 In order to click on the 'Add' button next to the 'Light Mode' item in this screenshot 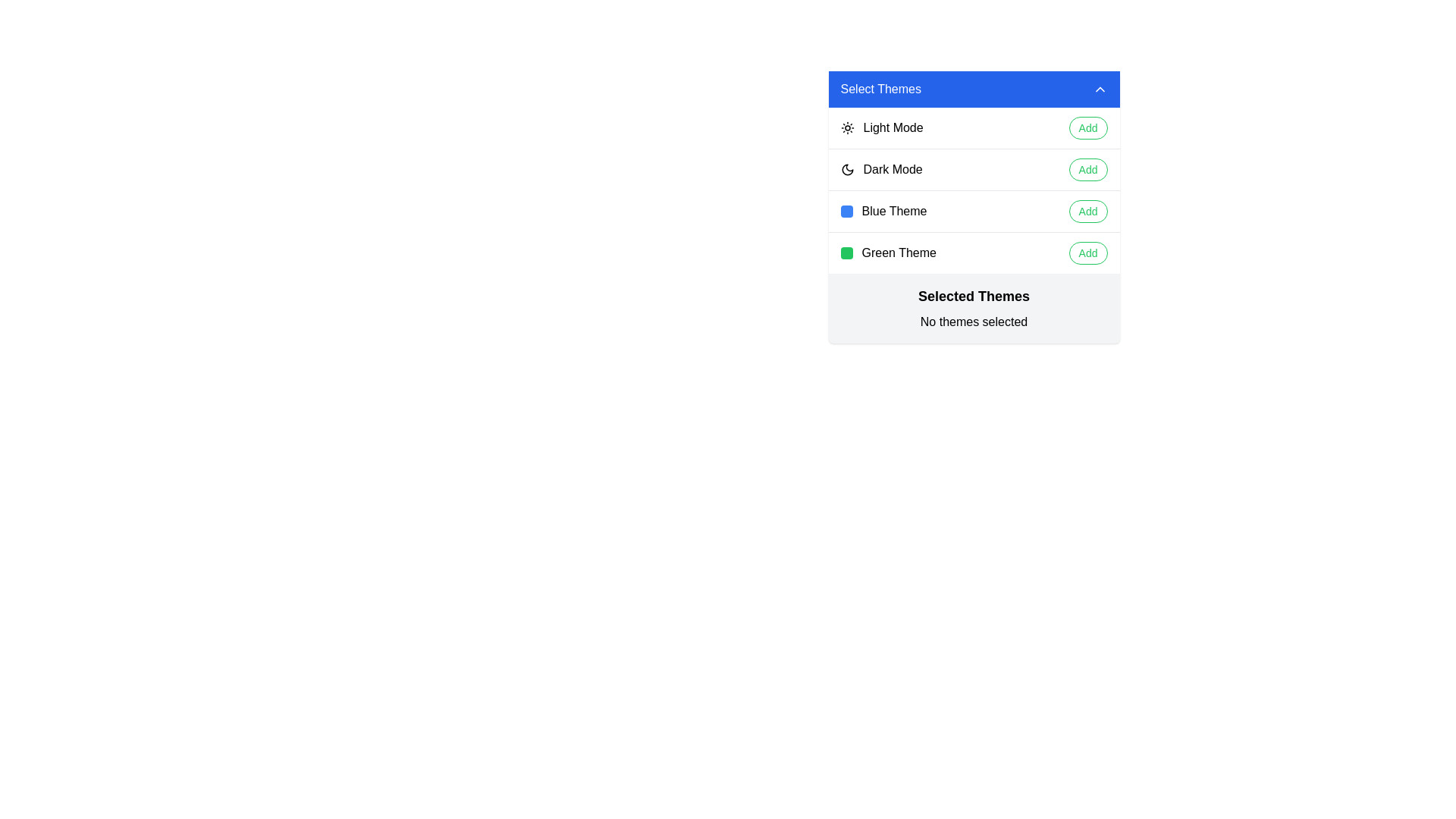, I will do `click(1087, 127)`.